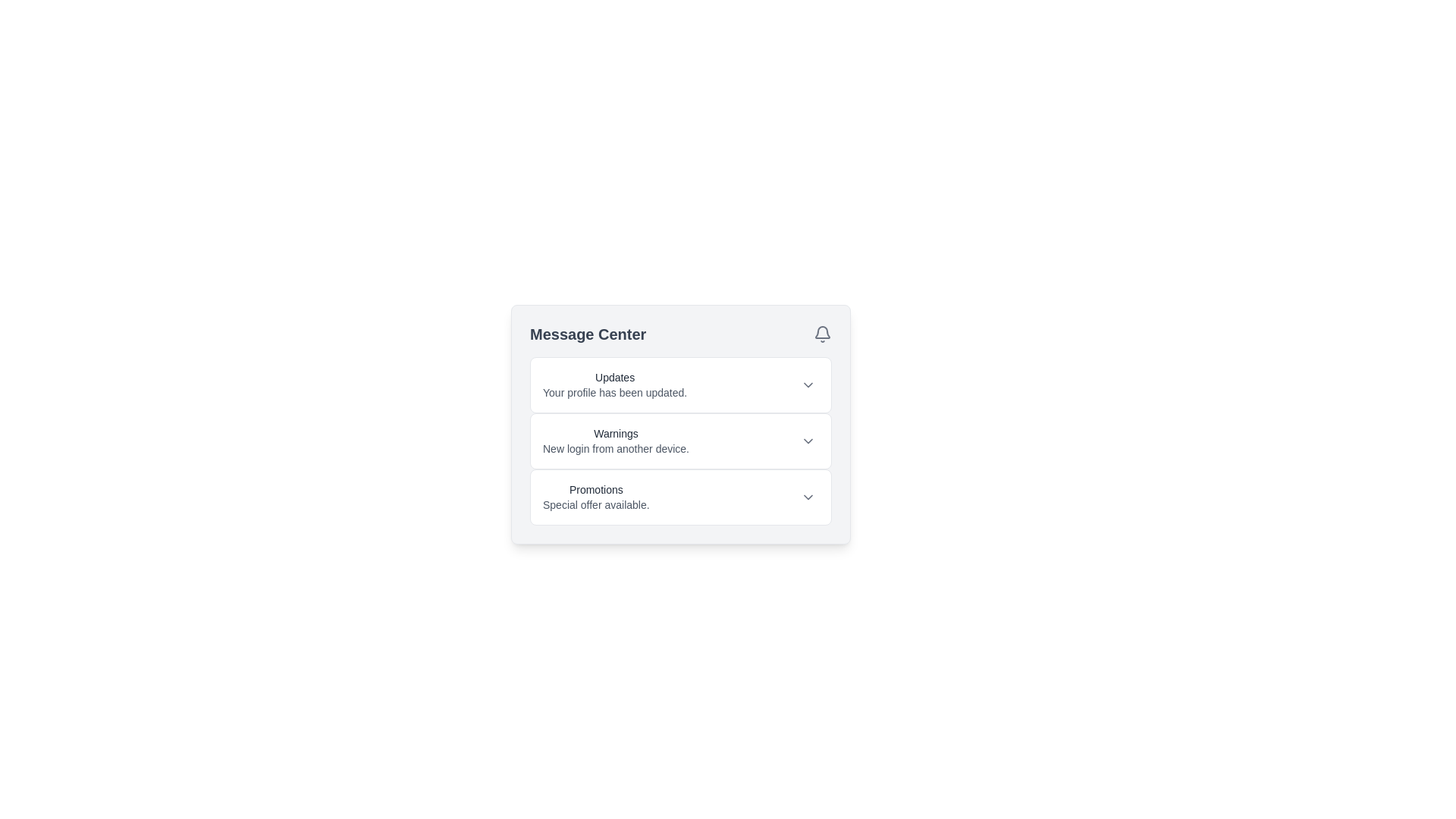 This screenshot has height=819, width=1456. What do you see at coordinates (595, 489) in the screenshot?
I see `the section header text label for promotions or special offers, which is the third entry in the list under 'Message Center'` at bounding box center [595, 489].